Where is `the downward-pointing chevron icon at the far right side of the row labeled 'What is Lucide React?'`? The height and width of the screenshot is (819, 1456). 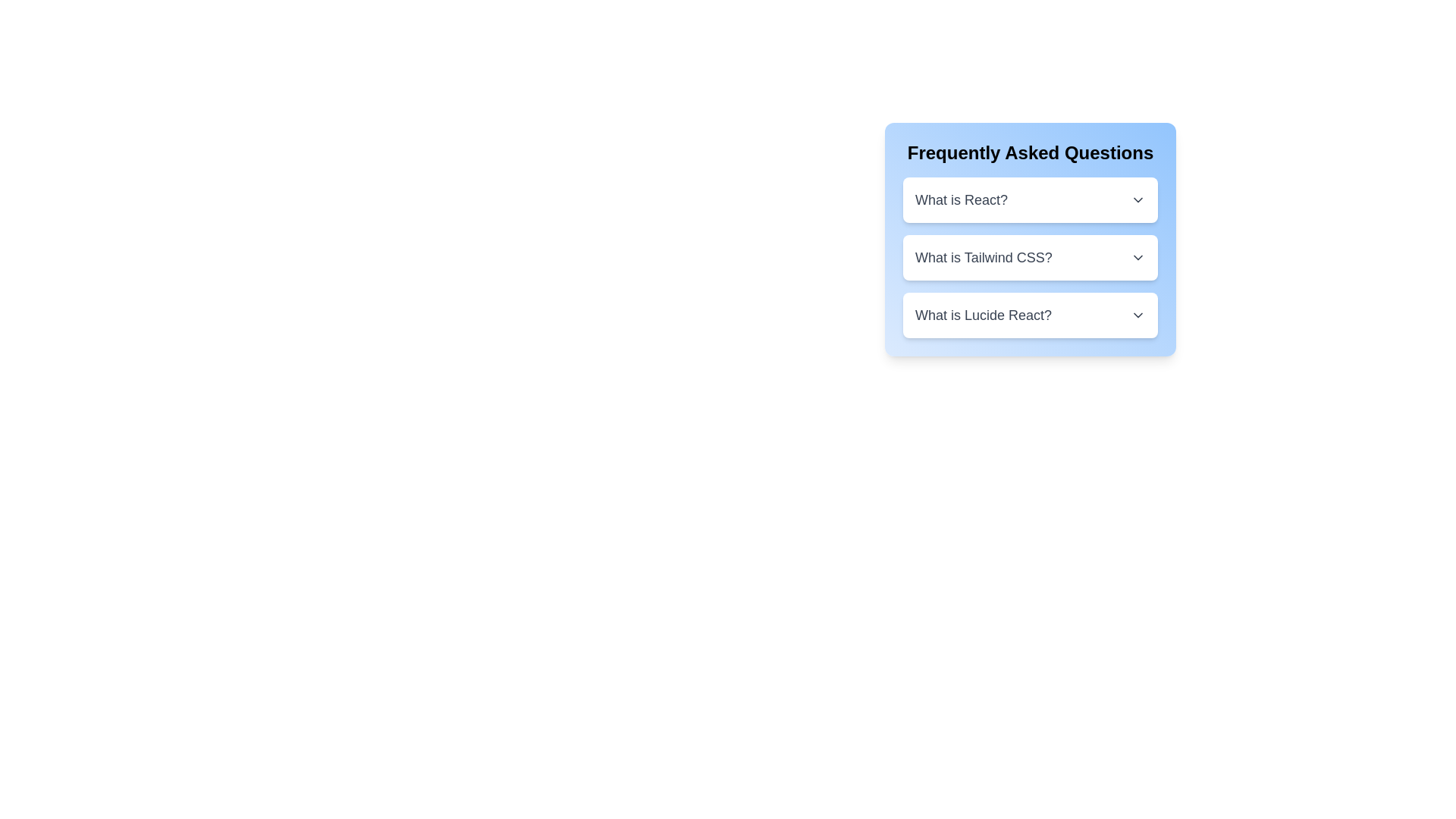
the downward-pointing chevron icon at the far right side of the row labeled 'What is Lucide React?' is located at coordinates (1138, 315).